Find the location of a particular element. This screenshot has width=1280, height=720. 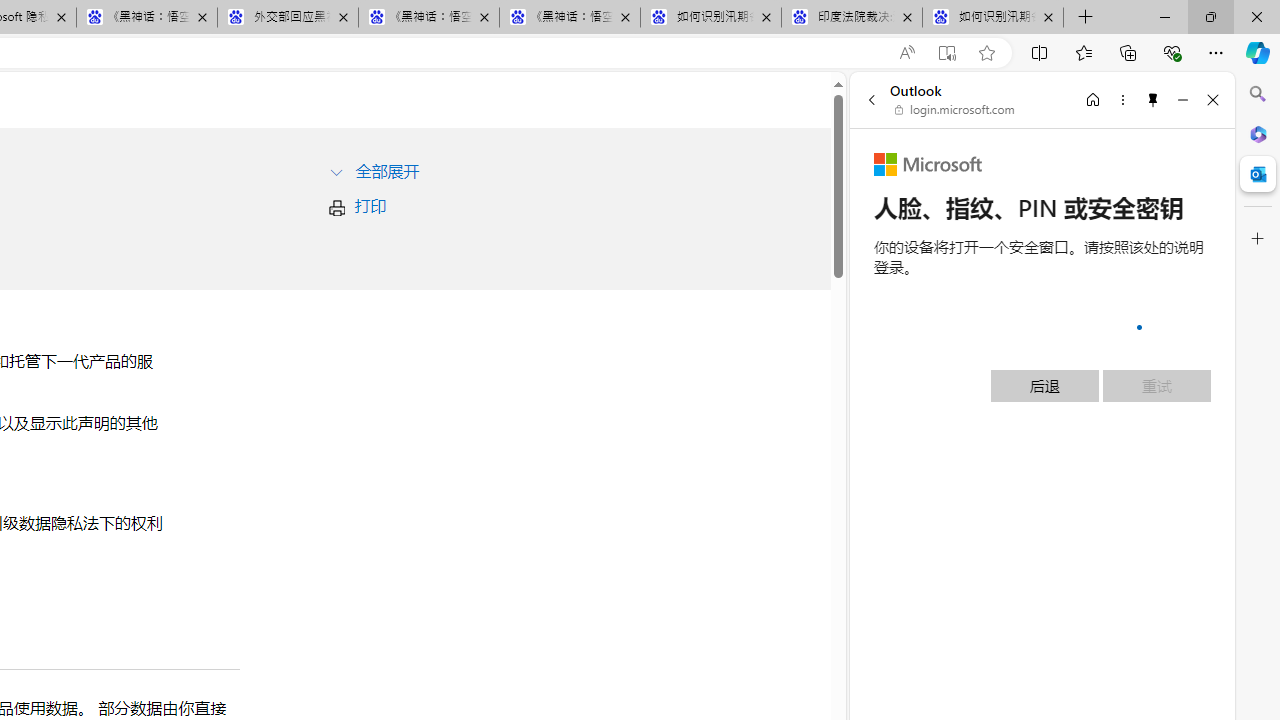

'Enter Immersive Reader (F9)' is located at coordinates (945, 52).